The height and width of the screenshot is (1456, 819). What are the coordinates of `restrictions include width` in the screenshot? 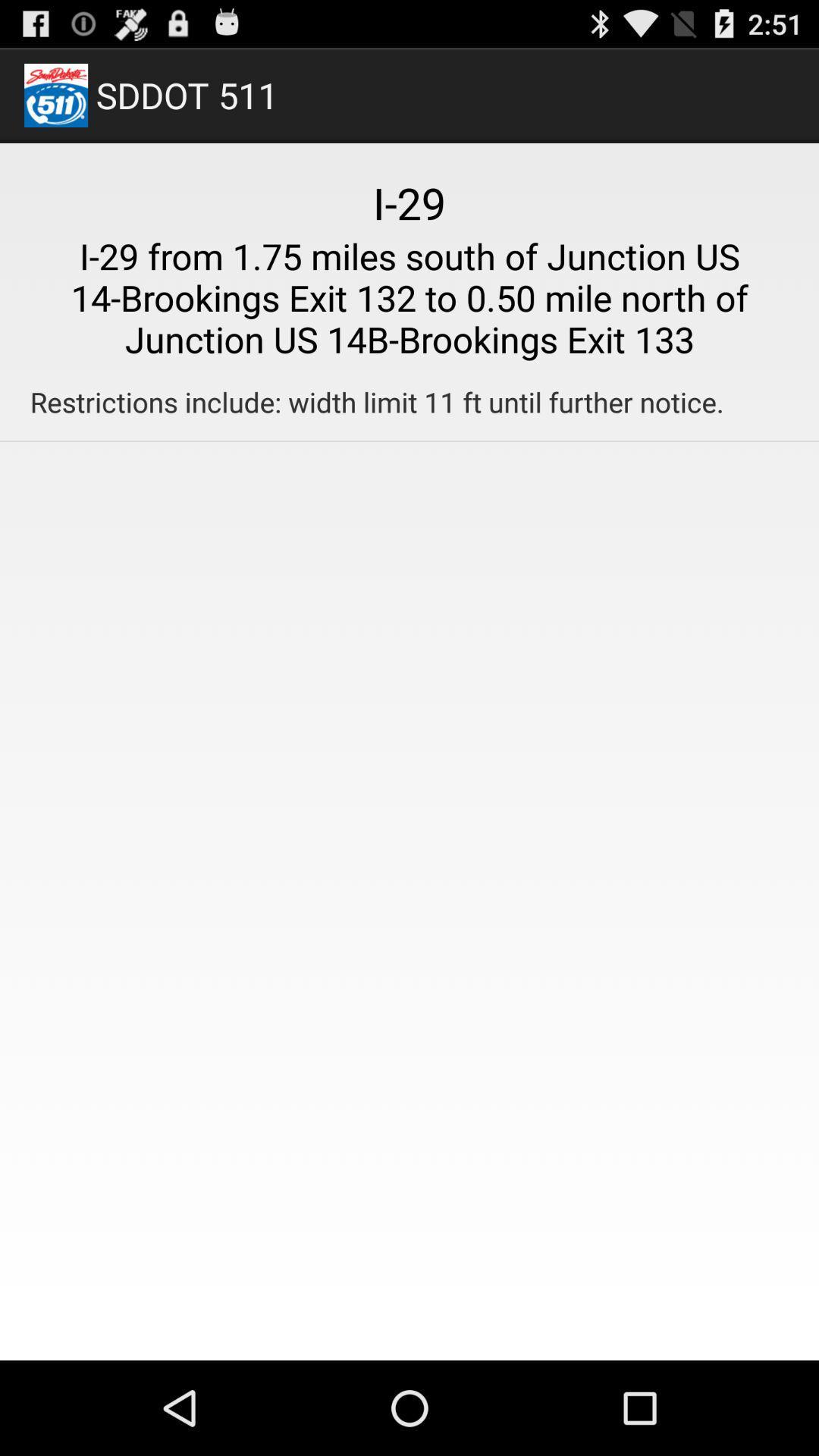 It's located at (376, 402).